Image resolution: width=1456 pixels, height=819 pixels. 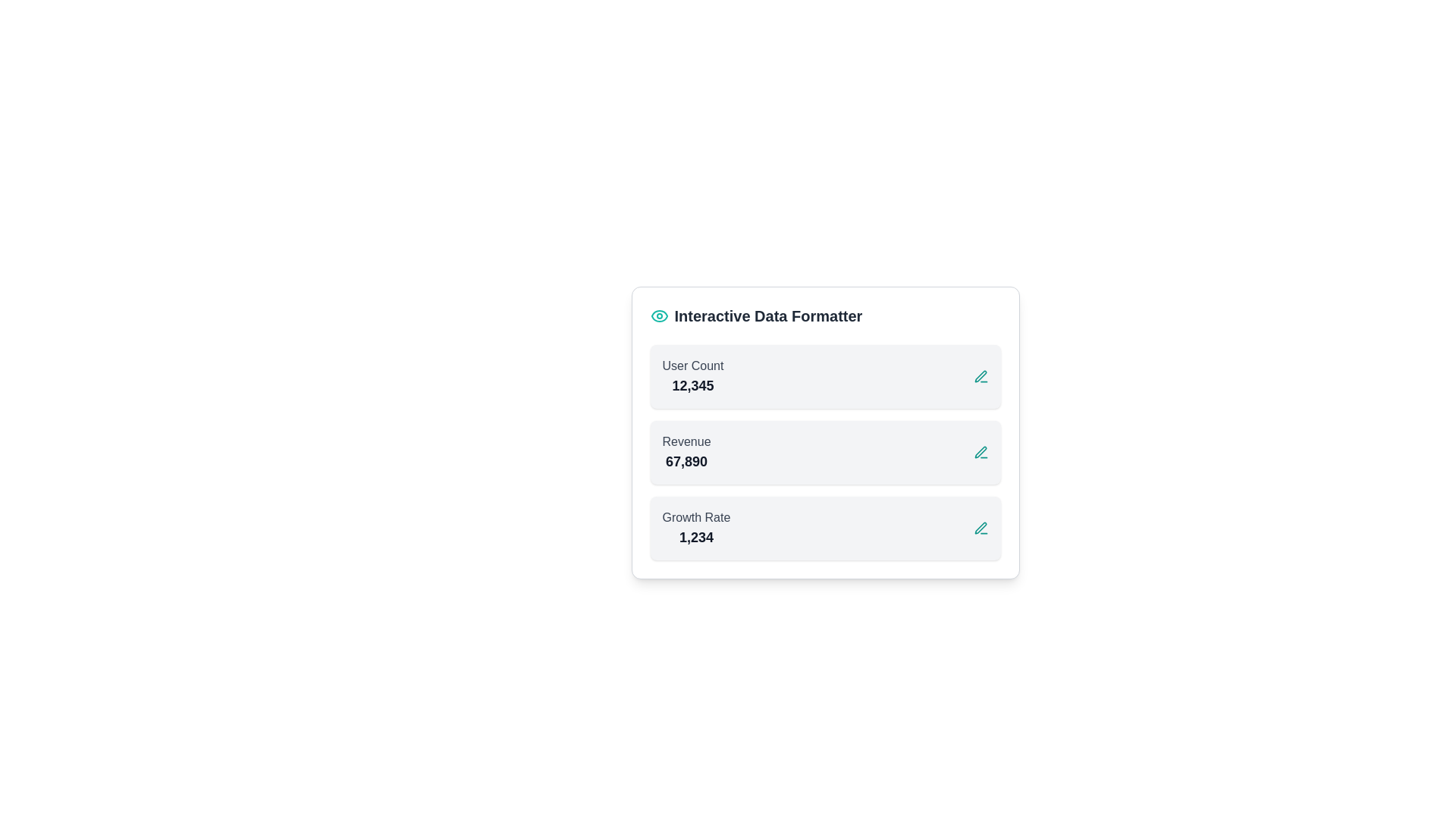 What do you see at coordinates (692, 366) in the screenshot?
I see `the 'User Count' text label, which is styled in medium gray font and positioned above the numerical value '12,345' within the card labeled 'Interactive Data Formatter'` at bounding box center [692, 366].